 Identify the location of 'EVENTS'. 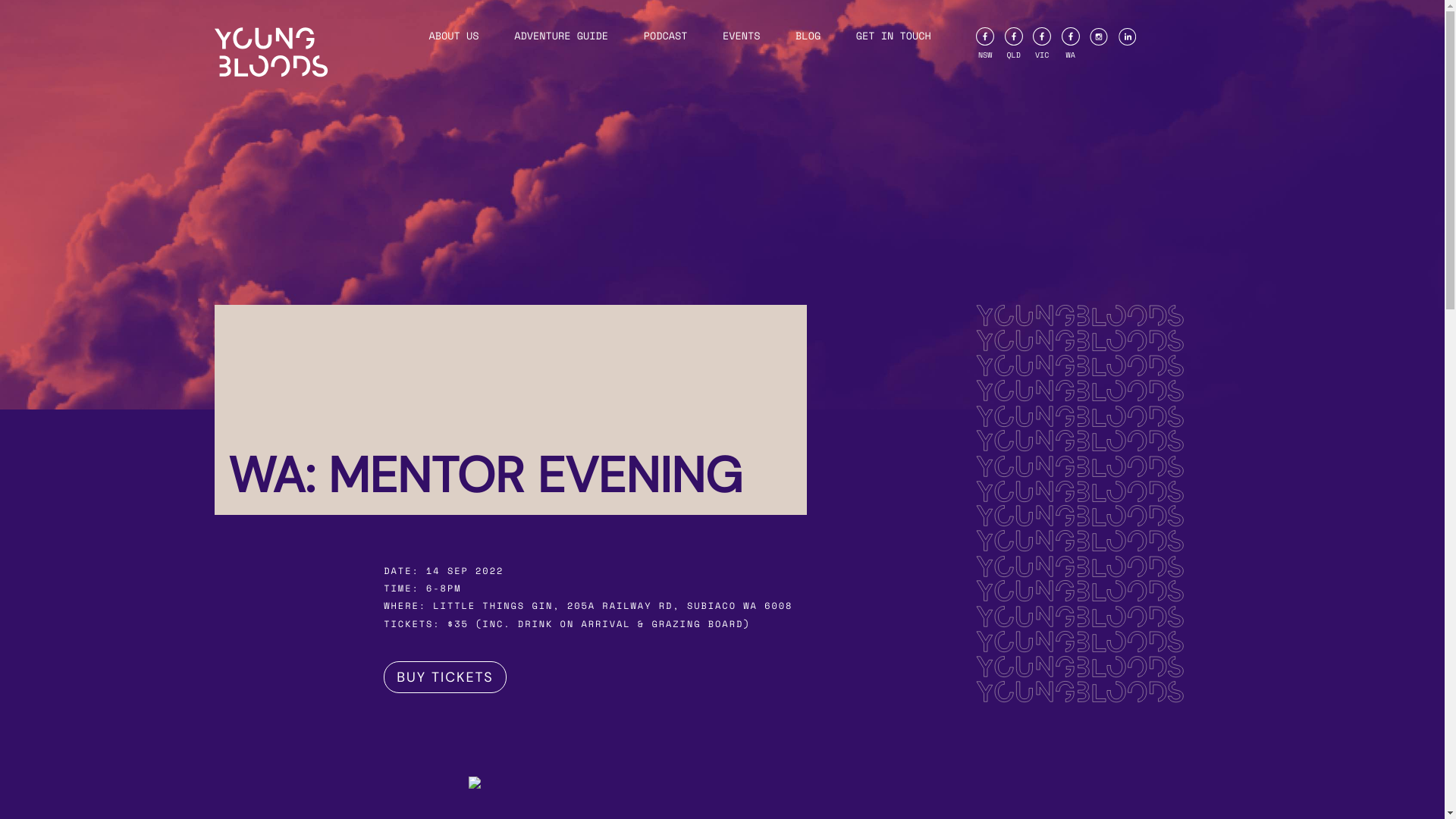
(742, 34).